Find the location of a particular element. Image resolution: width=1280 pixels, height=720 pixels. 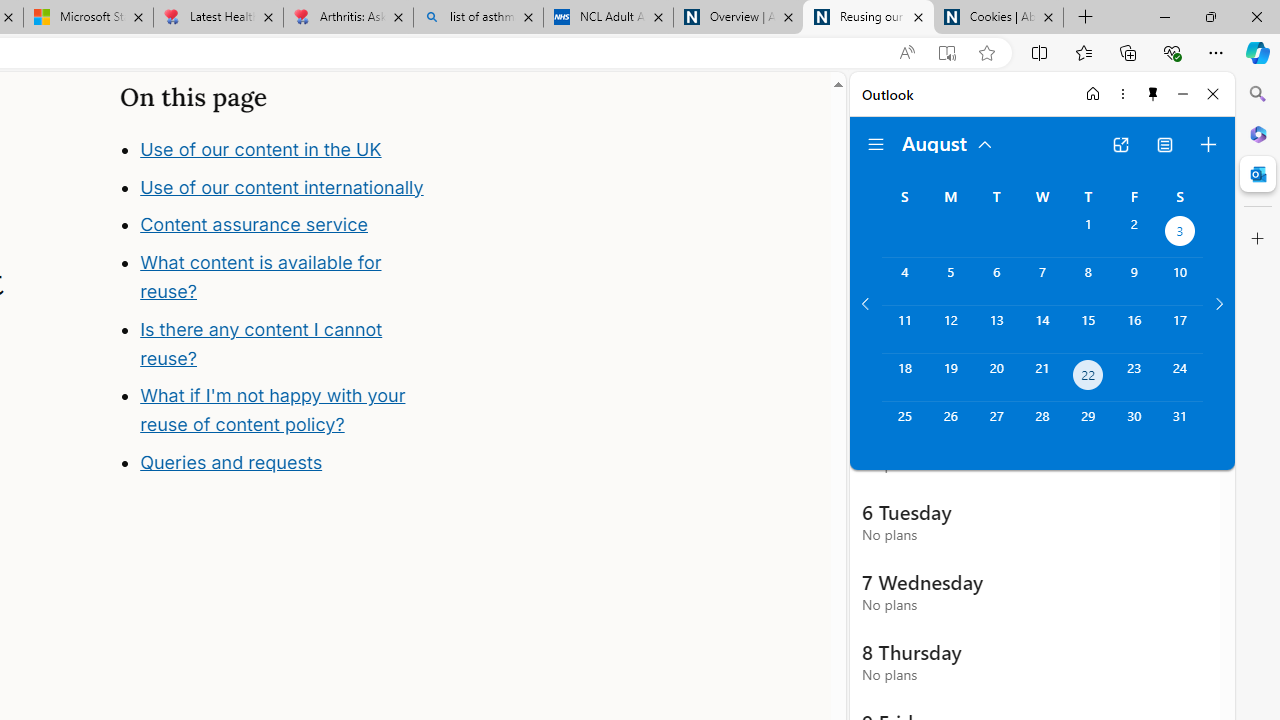

'Sunday, August 25, 2024. ' is located at coordinates (903, 424).